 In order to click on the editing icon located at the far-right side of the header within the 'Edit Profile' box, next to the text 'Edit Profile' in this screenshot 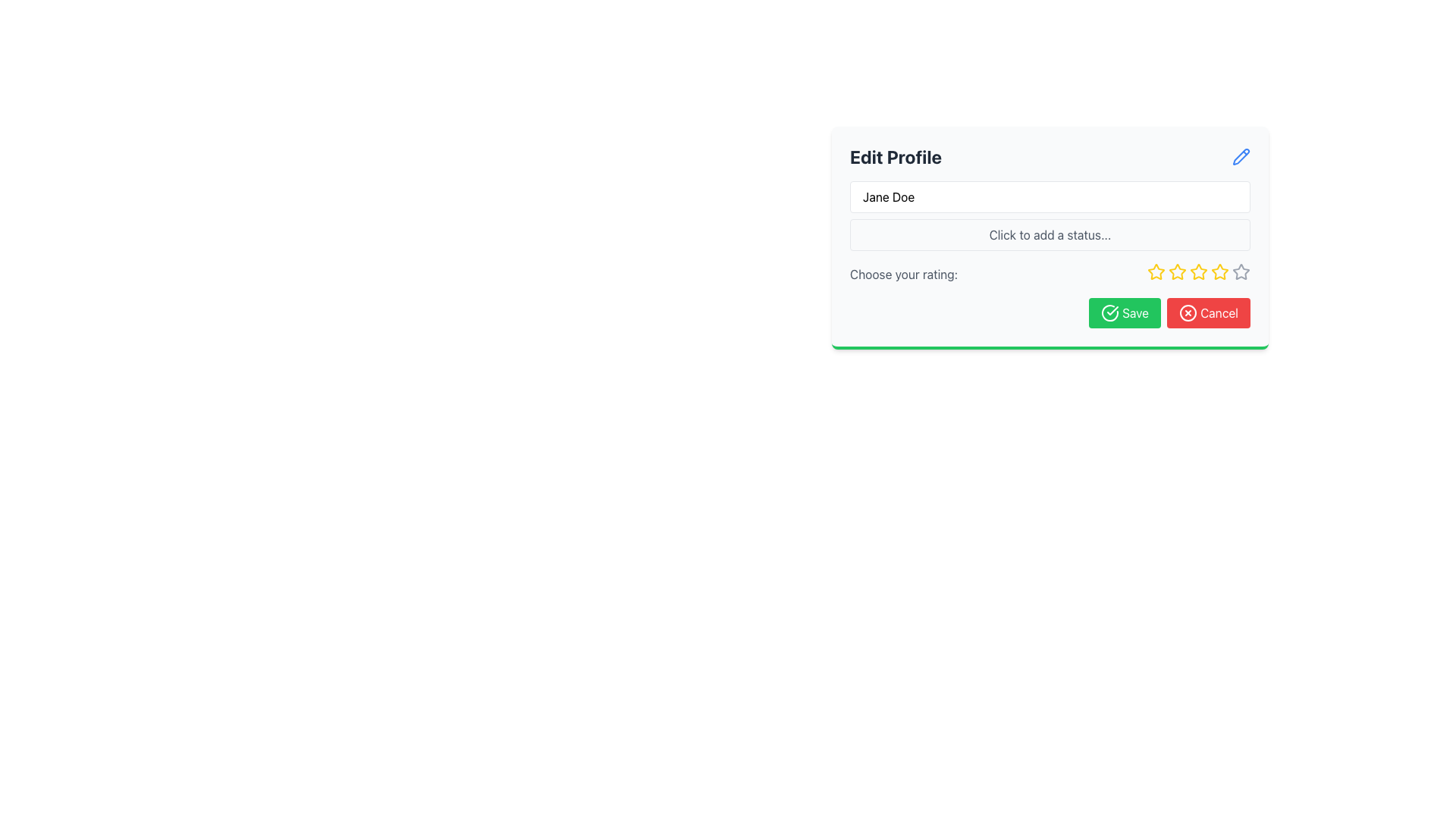, I will do `click(1241, 157)`.